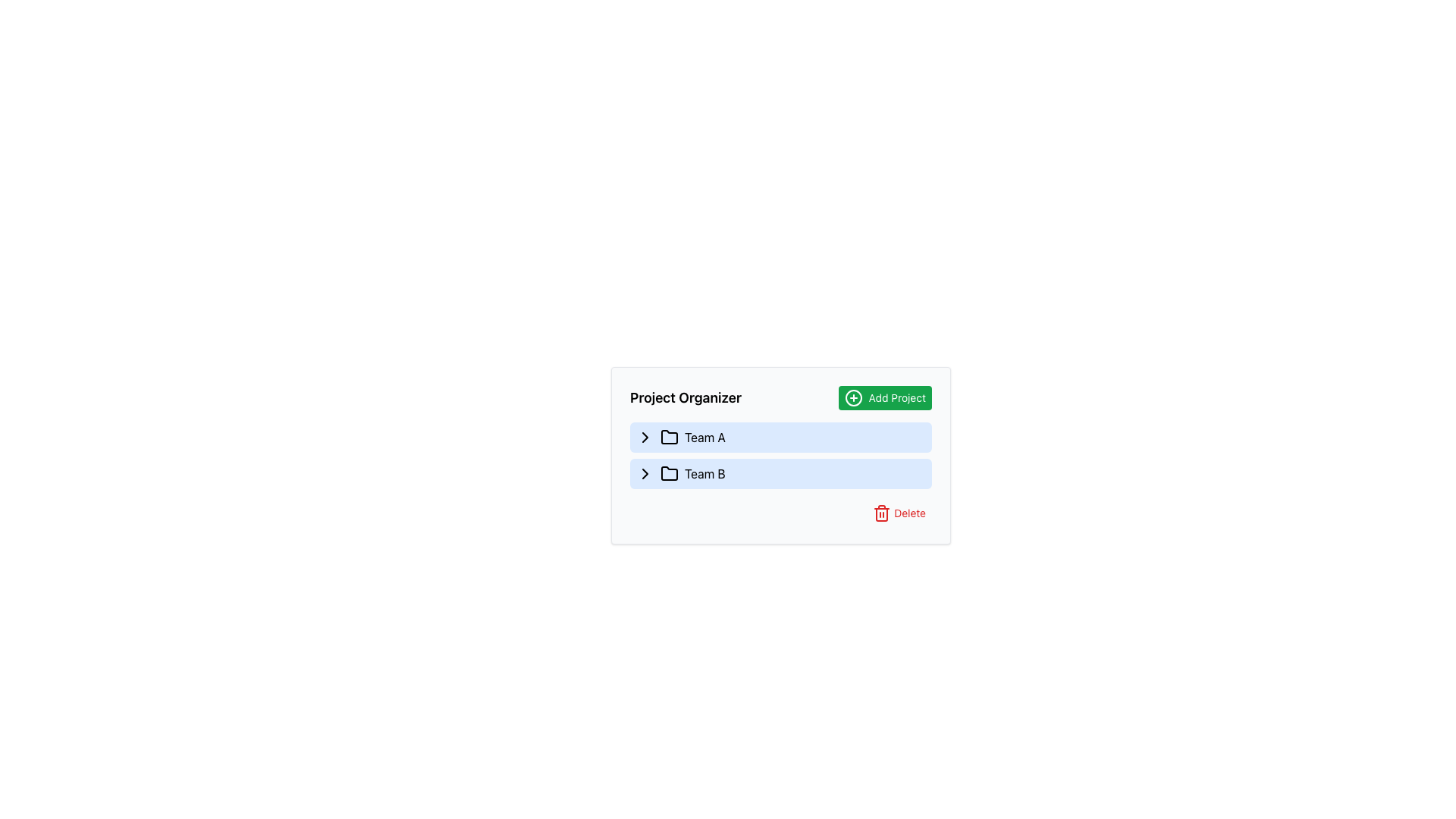 The image size is (1456, 819). Describe the element at coordinates (645, 472) in the screenshot. I see `the chevron icon for 'Team A' in the 'Project Organizer' section` at that location.